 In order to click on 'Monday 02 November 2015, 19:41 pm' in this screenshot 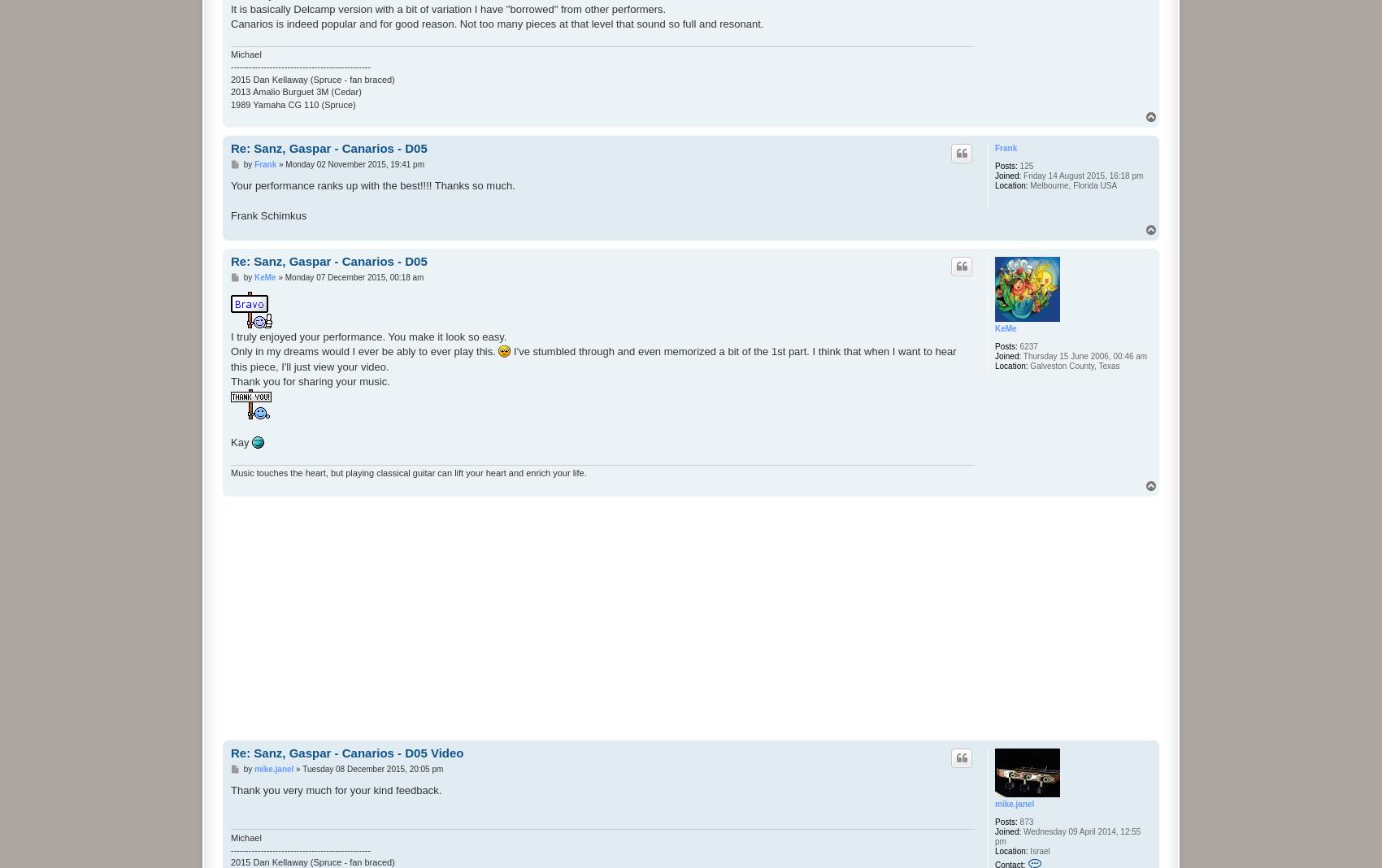, I will do `click(285, 164)`.